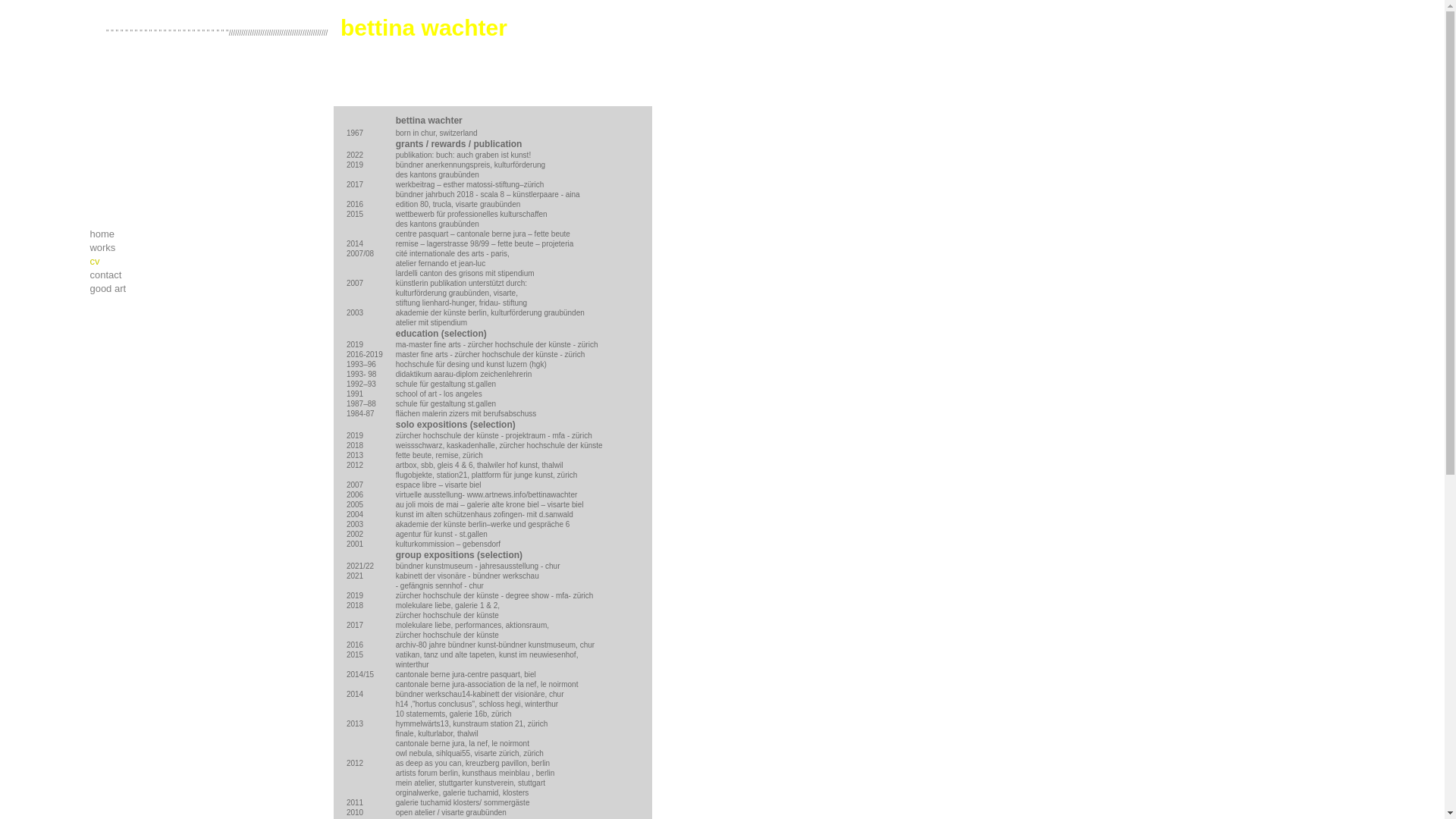 Image resolution: width=1456 pixels, height=819 pixels. Describe the element at coordinates (158, 234) in the screenshot. I see `'home'` at that location.